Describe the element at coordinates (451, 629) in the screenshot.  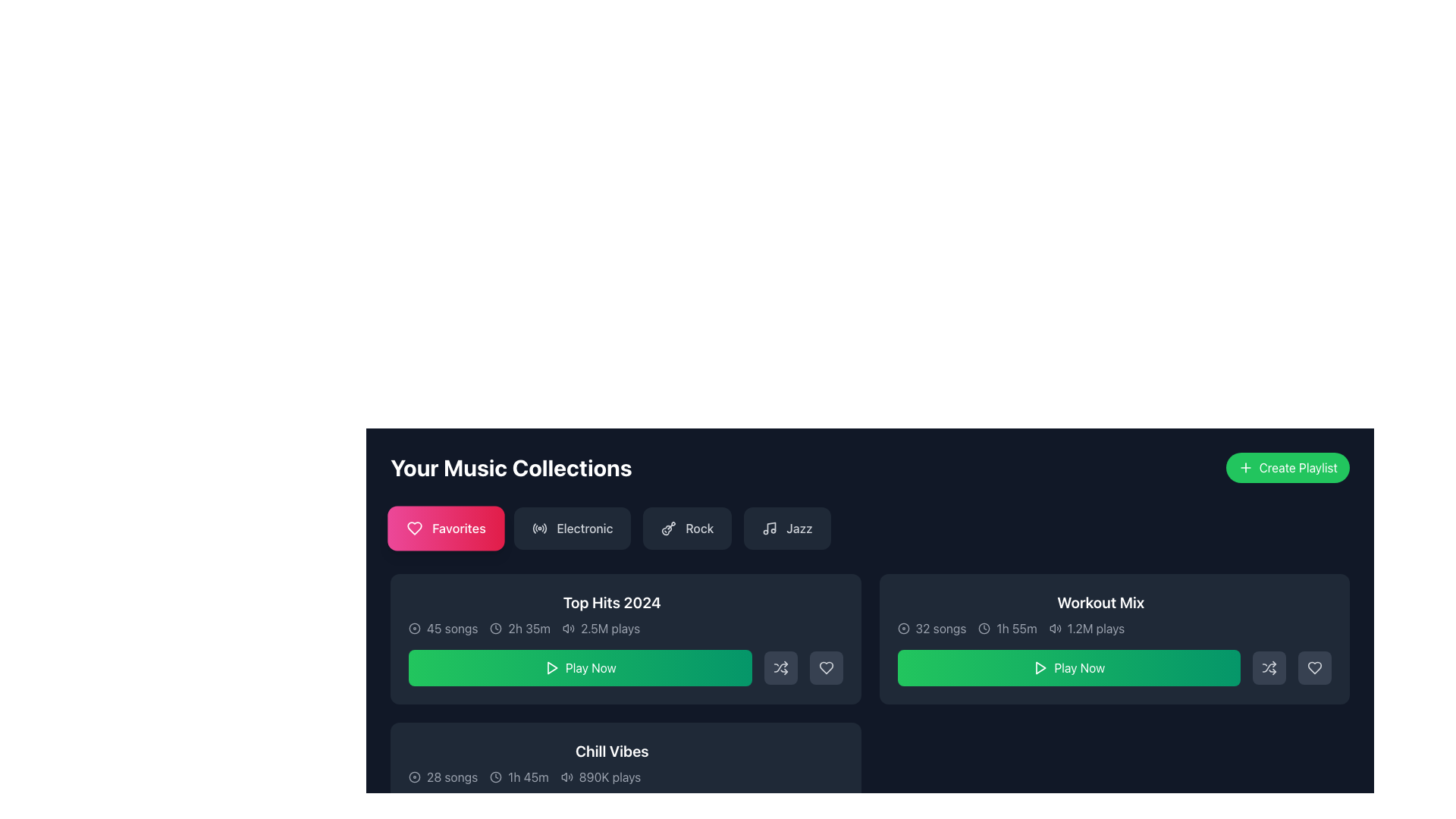
I see `text label displaying '45 songs' which is part of the music collection details in the 'Top Hits 2024' card` at that location.